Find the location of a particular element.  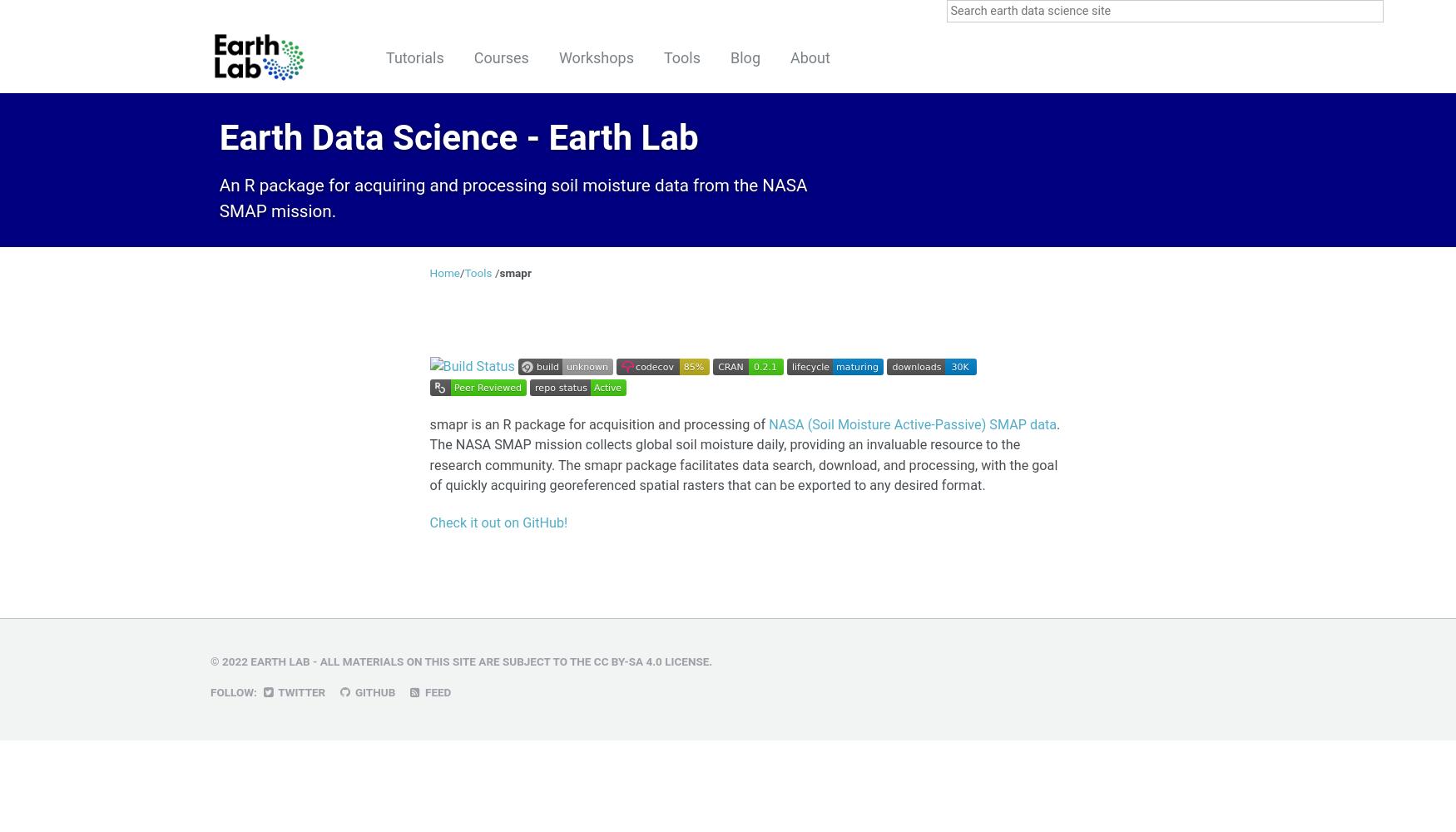

'Earth Data Science - Earth Lab' is located at coordinates (458, 136).